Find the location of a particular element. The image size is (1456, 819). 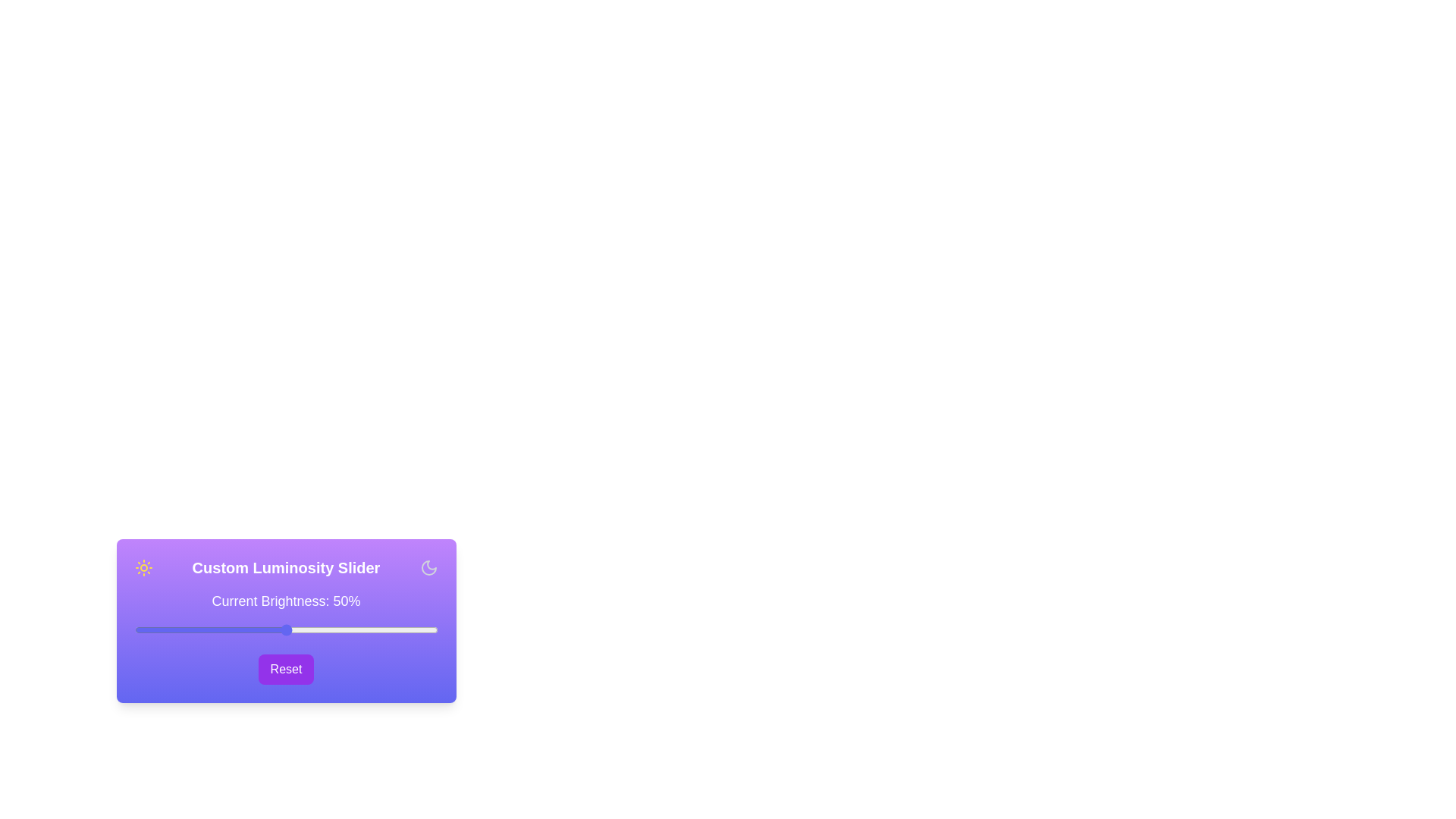

brightness is located at coordinates (328, 629).